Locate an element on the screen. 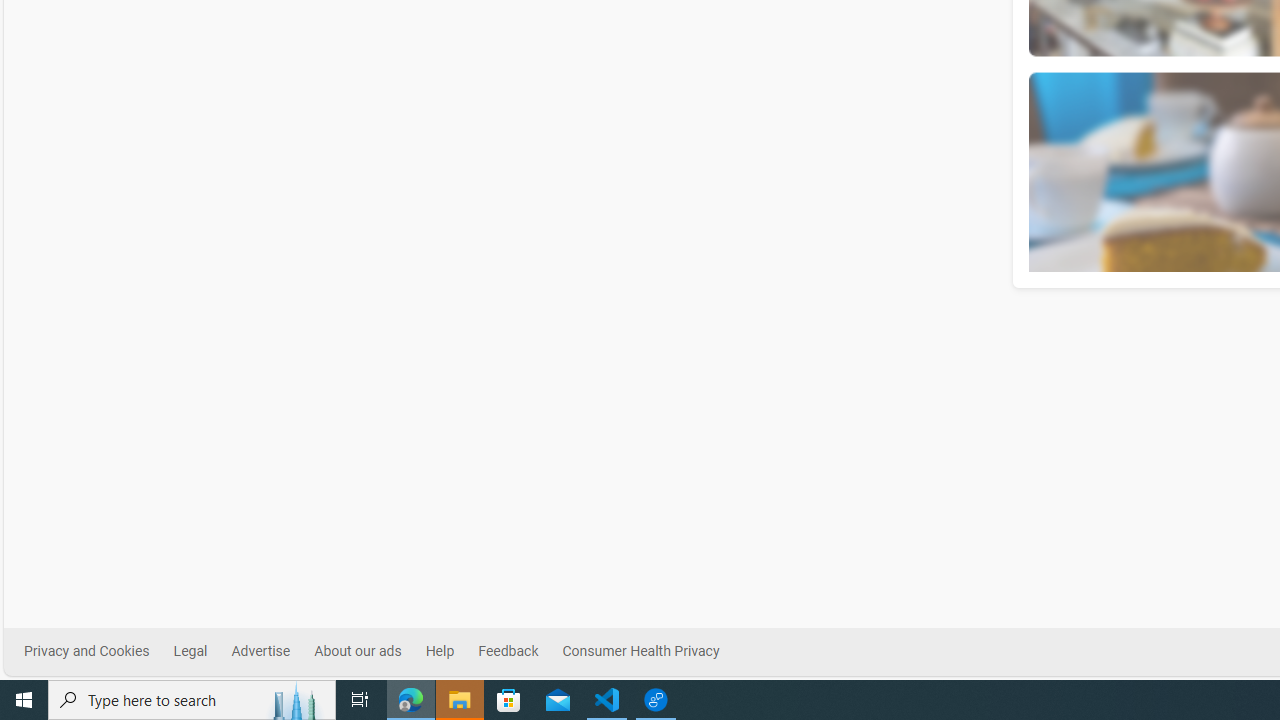  'About our ads' is located at coordinates (369, 651).